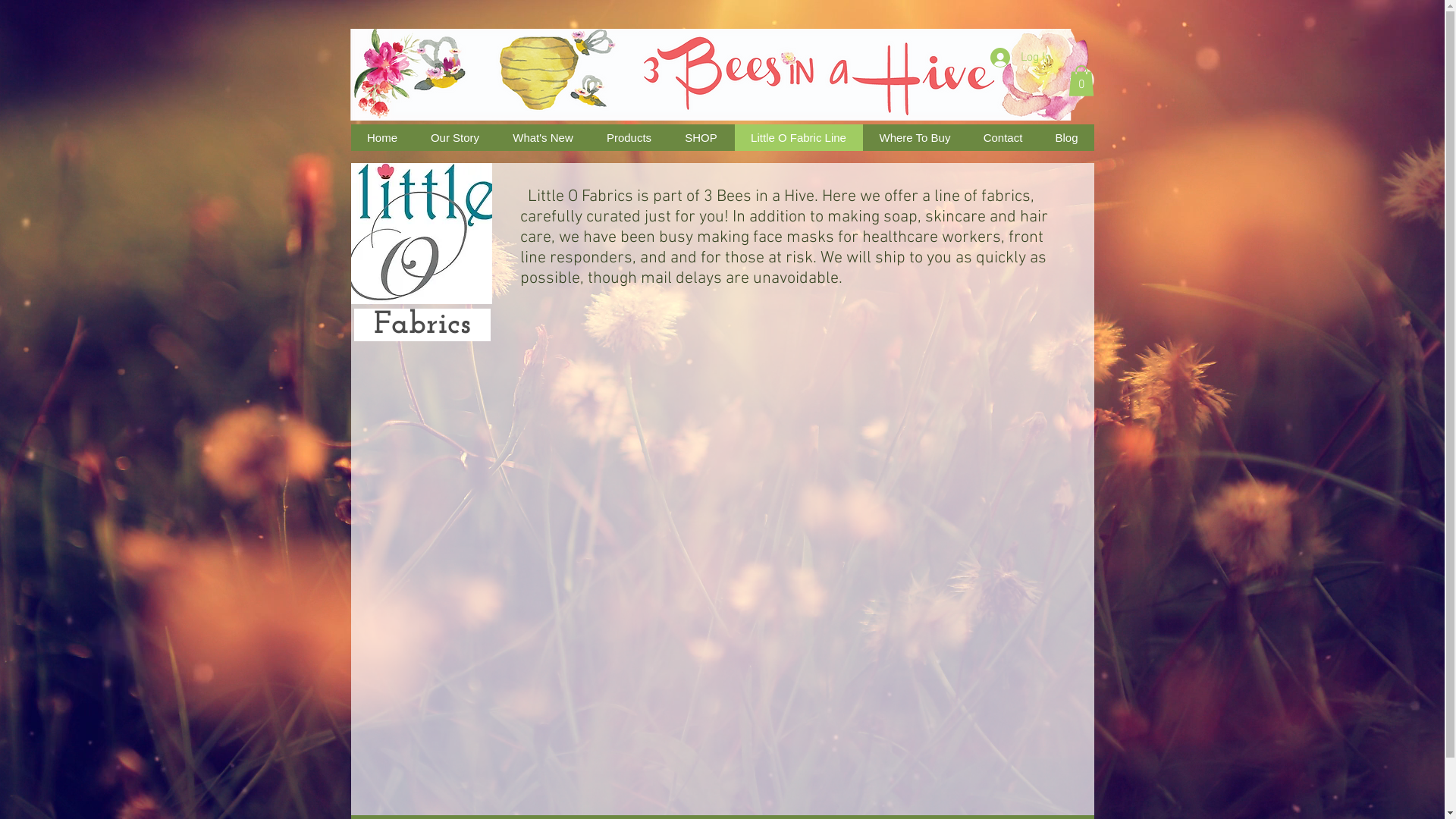  I want to click on 'Little O Fabric Line', so click(797, 137).